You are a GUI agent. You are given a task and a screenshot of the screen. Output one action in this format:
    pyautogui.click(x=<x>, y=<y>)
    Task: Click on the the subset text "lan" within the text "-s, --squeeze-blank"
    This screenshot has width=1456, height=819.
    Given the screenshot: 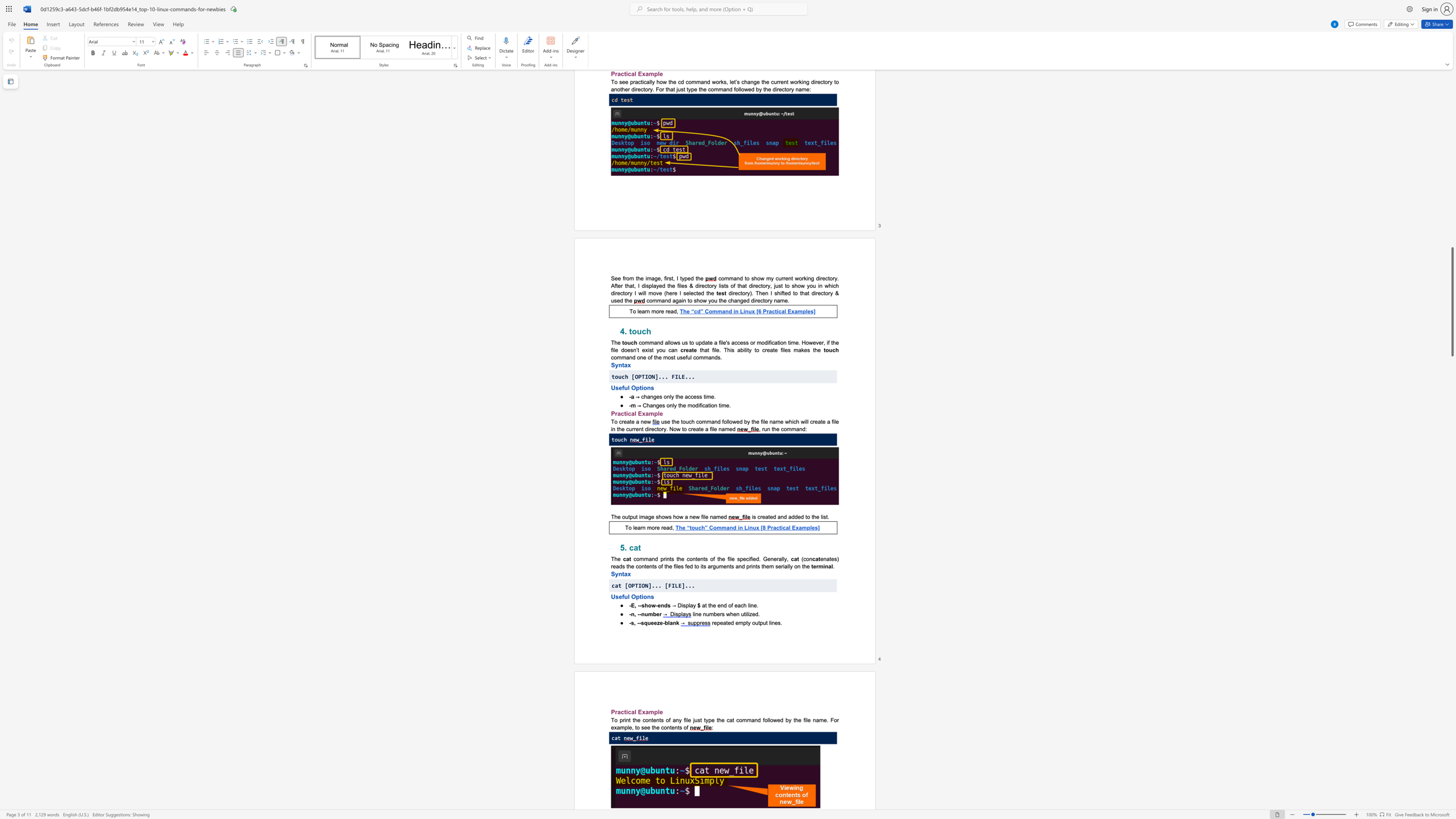 What is the action you would take?
    pyautogui.click(x=668, y=622)
    